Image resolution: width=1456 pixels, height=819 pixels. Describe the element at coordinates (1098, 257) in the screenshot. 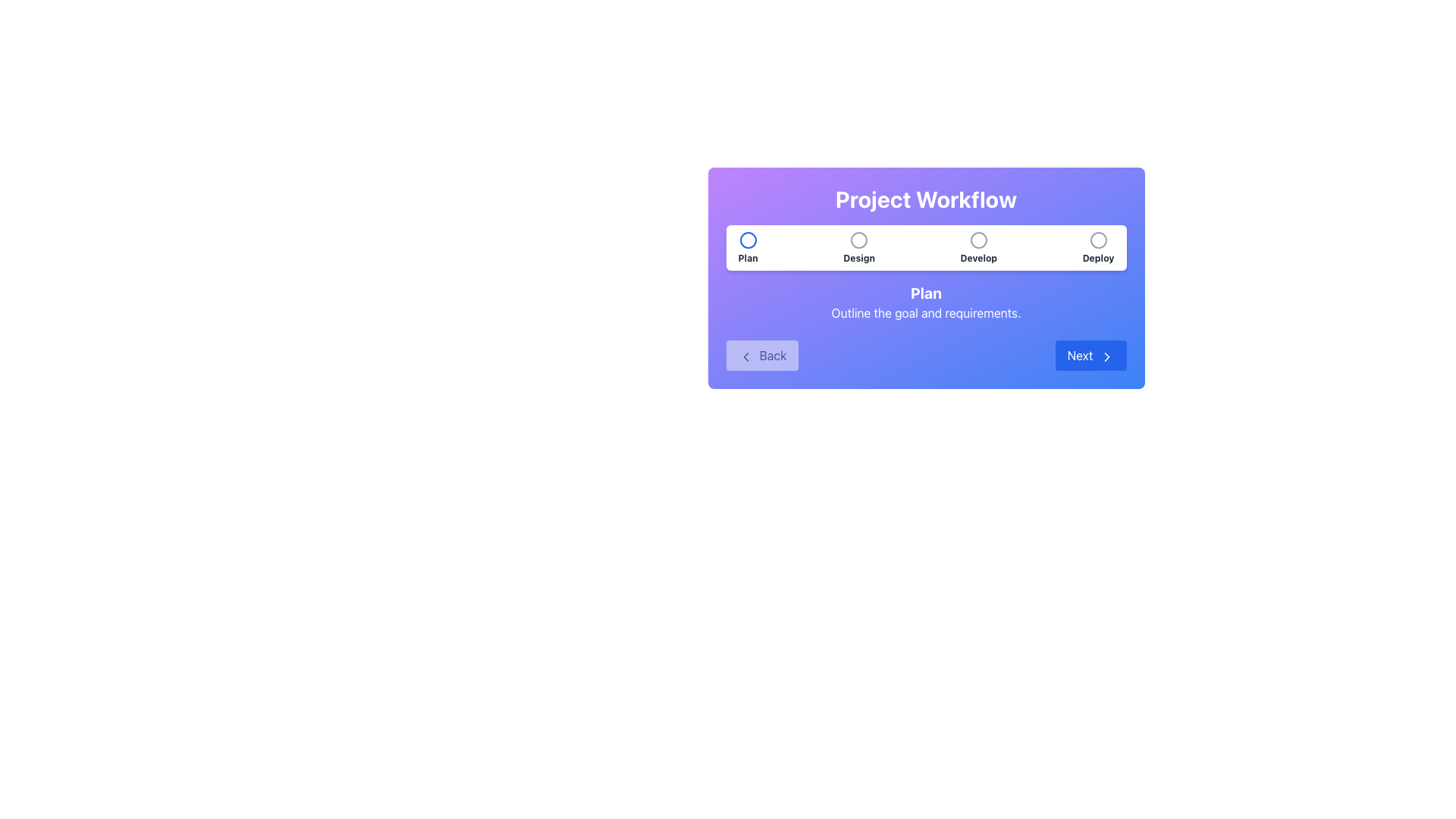

I see `the 'Deploy' text label, which serves as a title for the associated step in the workflow, located in the top-right corner of the interface` at that location.